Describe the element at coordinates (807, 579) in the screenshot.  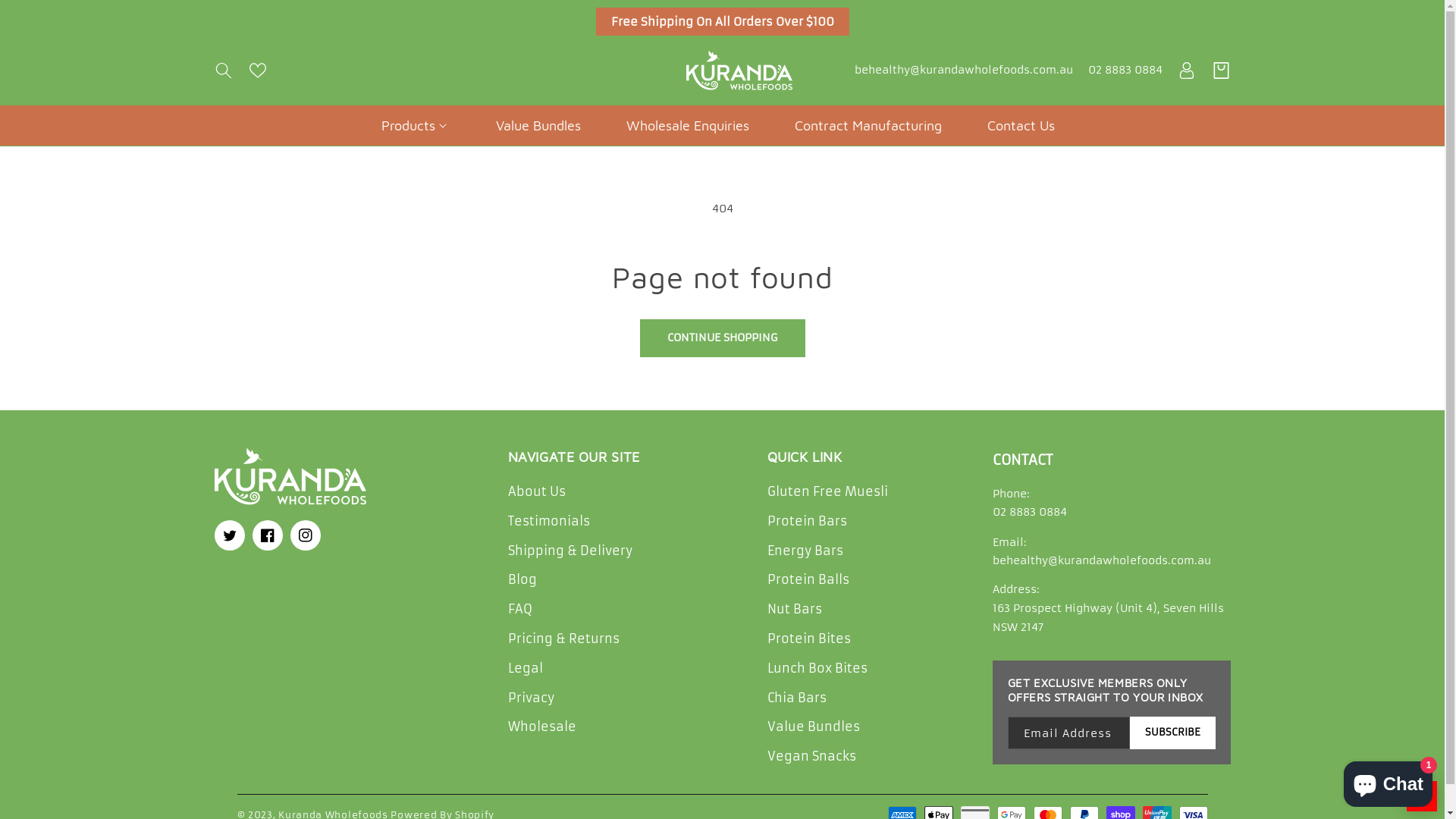
I see `'Protein Balls'` at that location.